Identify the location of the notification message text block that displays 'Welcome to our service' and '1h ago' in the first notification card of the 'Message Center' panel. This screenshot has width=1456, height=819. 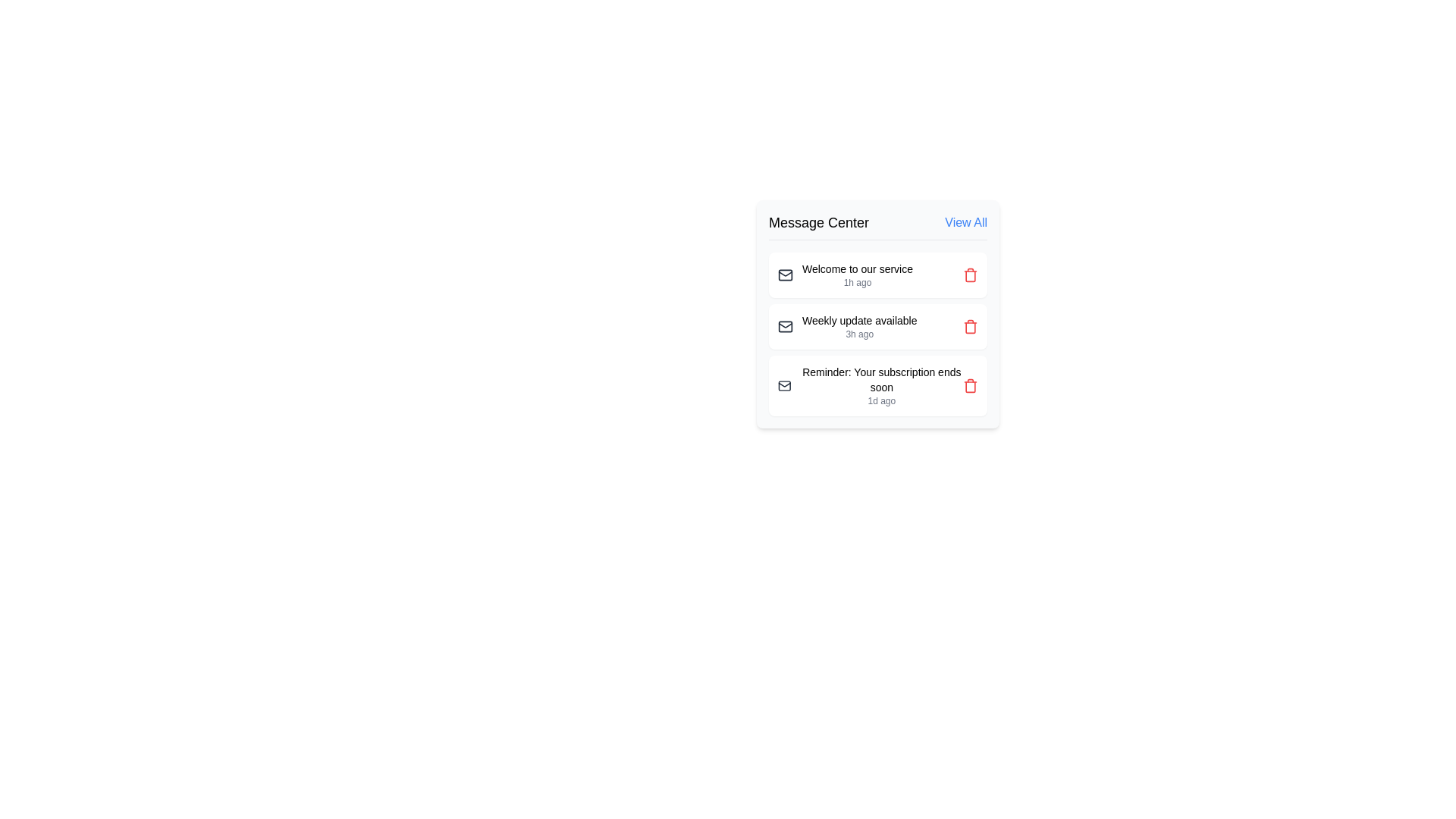
(858, 275).